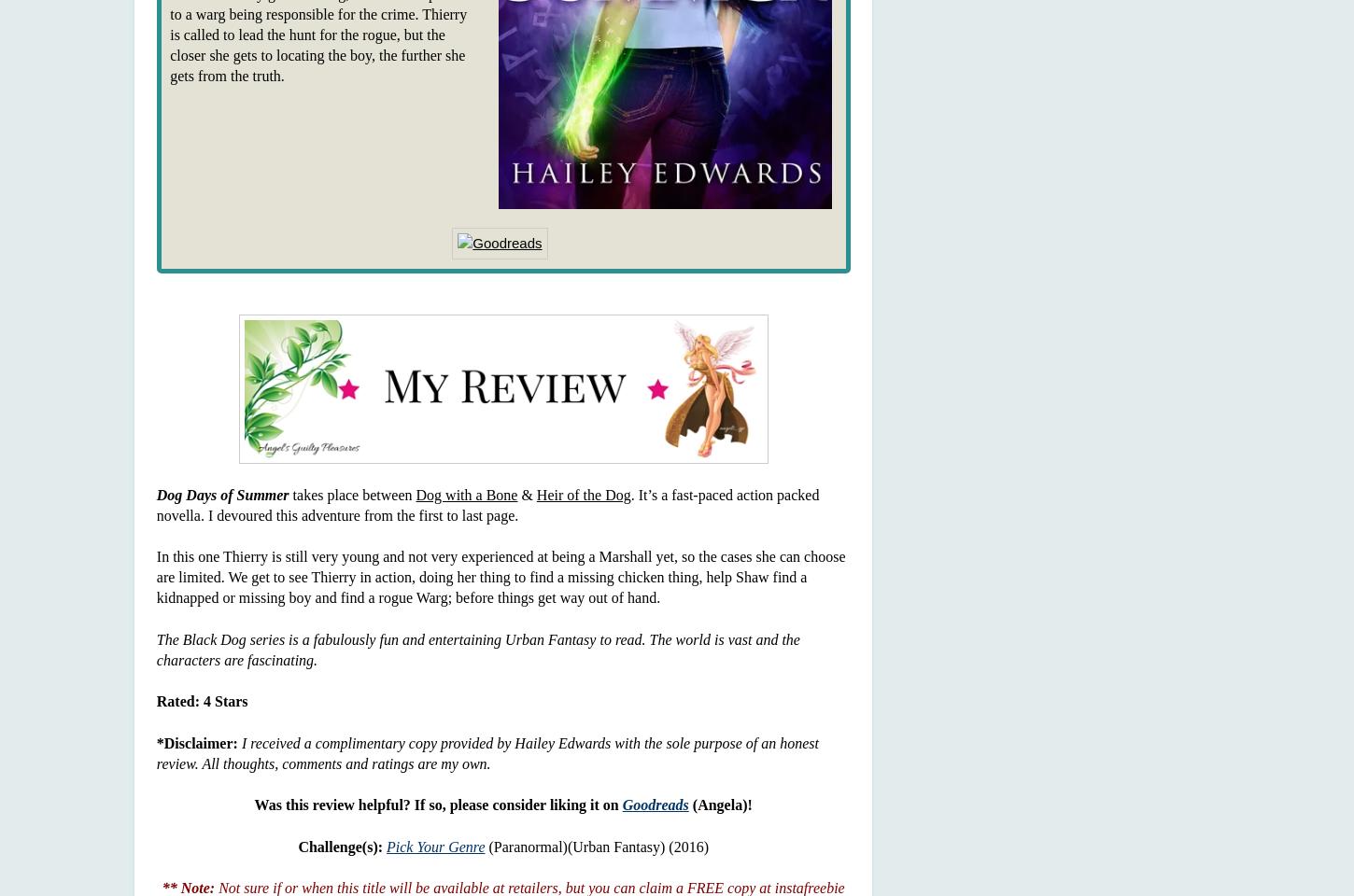 This screenshot has width=1354, height=896. What do you see at coordinates (527, 493) in the screenshot?
I see `'&'` at bounding box center [527, 493].